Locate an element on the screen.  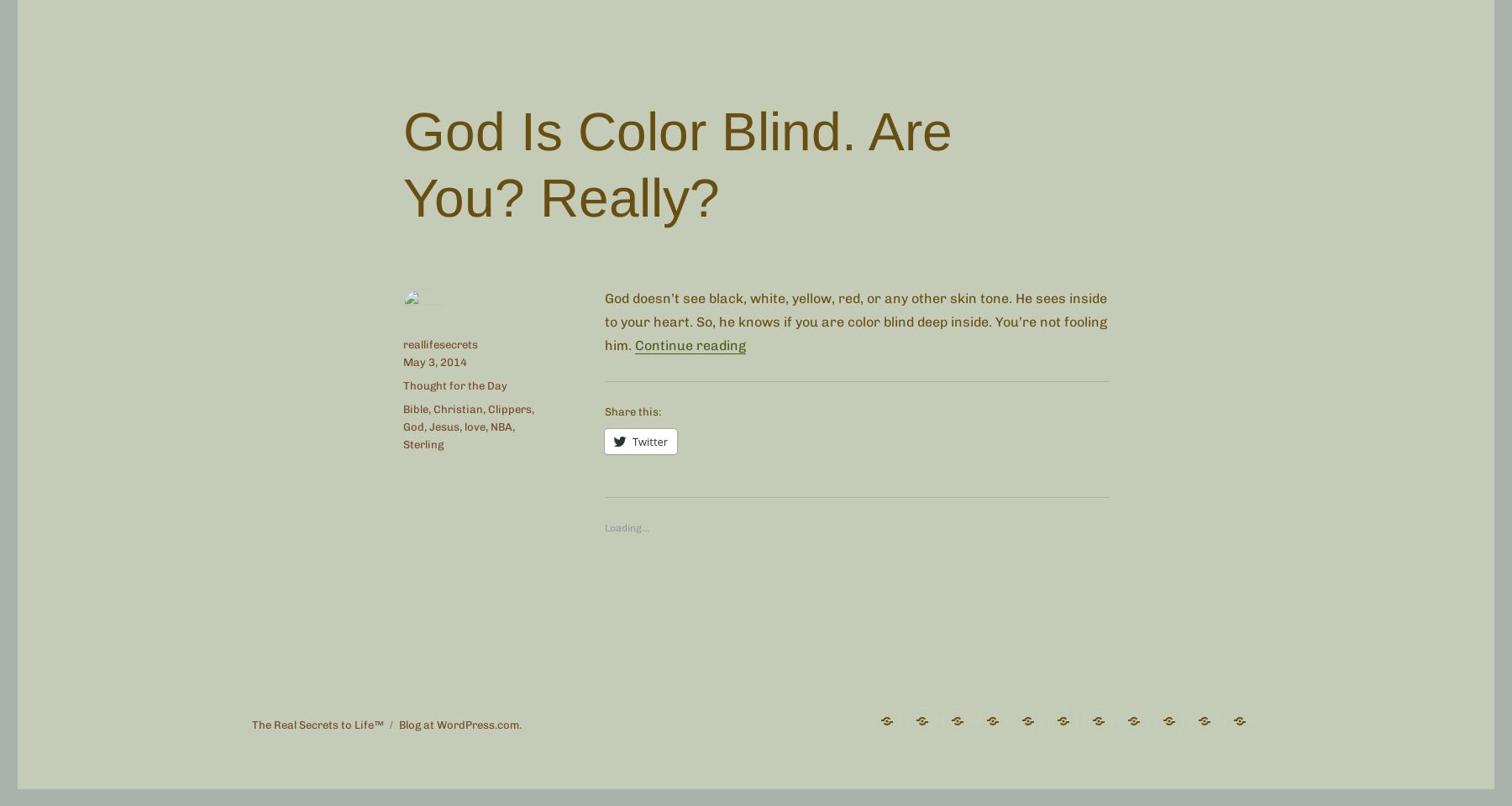
'Share this:' is located at coordinates (632, 411).